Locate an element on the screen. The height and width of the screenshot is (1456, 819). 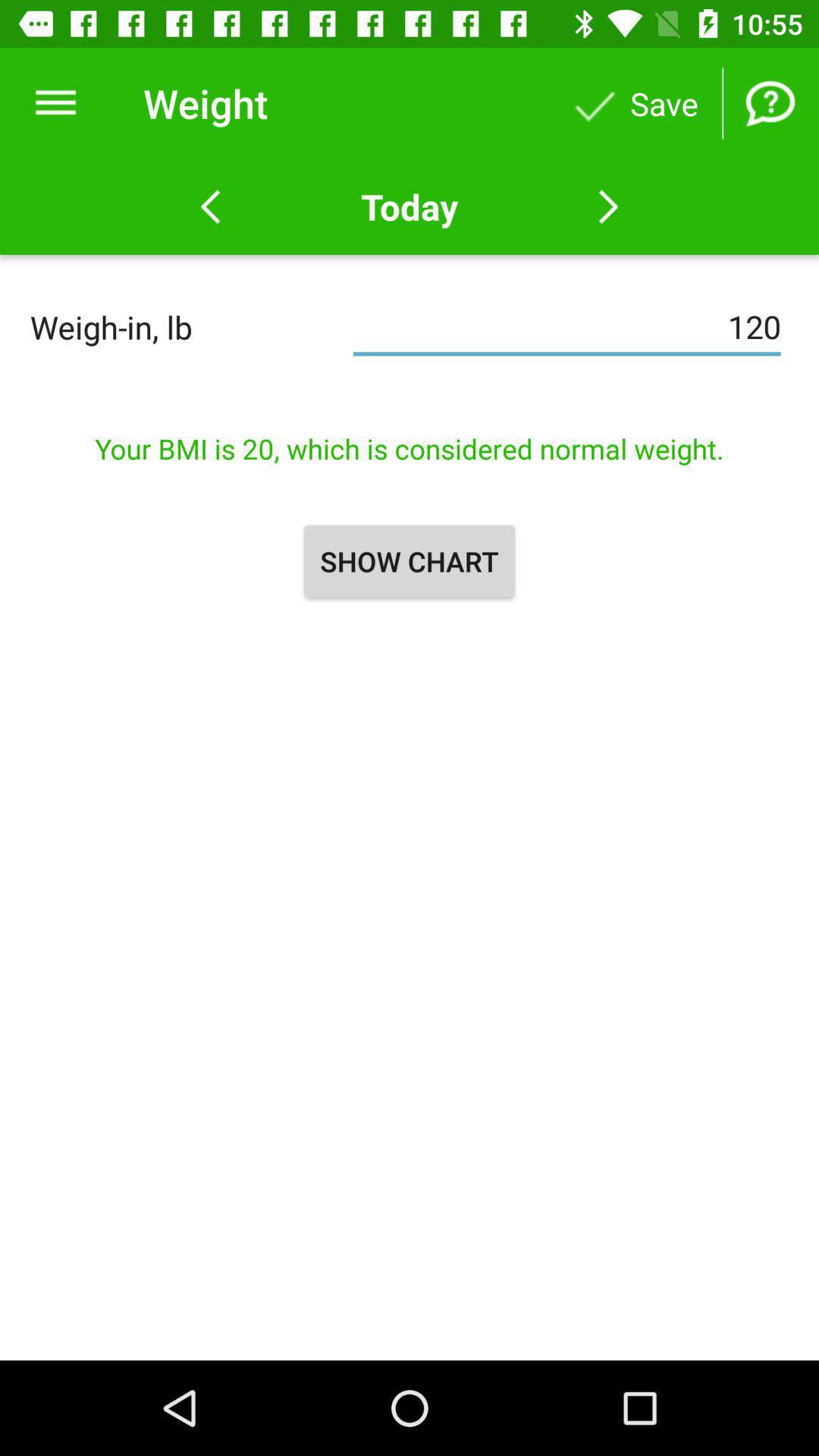
the icon above your bmi is icon is located at coordinates (566, 326).